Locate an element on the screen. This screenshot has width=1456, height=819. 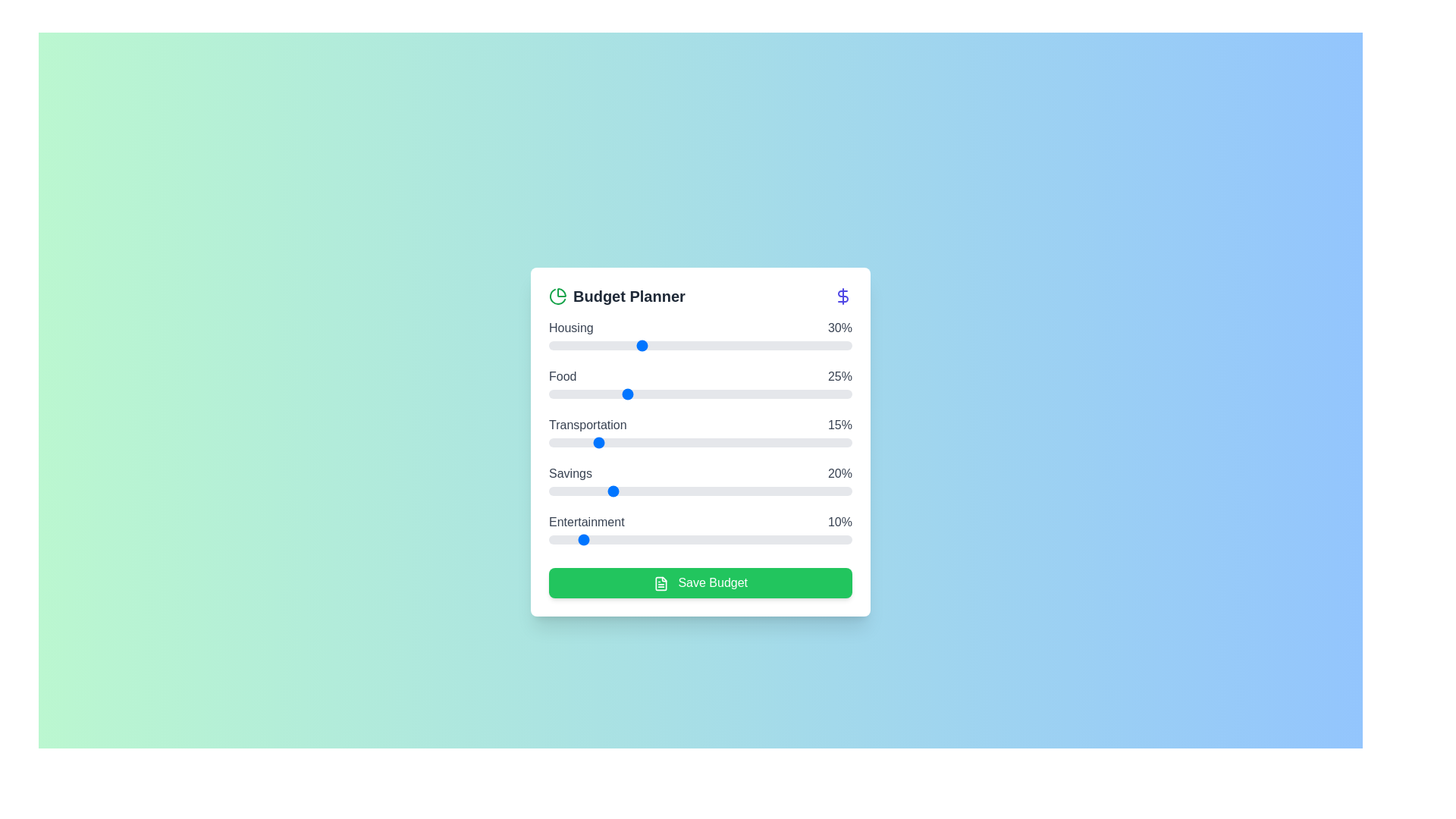
the slider for 'Entertainment' to set its percentage to 66 is located at coordinates (749, 539).